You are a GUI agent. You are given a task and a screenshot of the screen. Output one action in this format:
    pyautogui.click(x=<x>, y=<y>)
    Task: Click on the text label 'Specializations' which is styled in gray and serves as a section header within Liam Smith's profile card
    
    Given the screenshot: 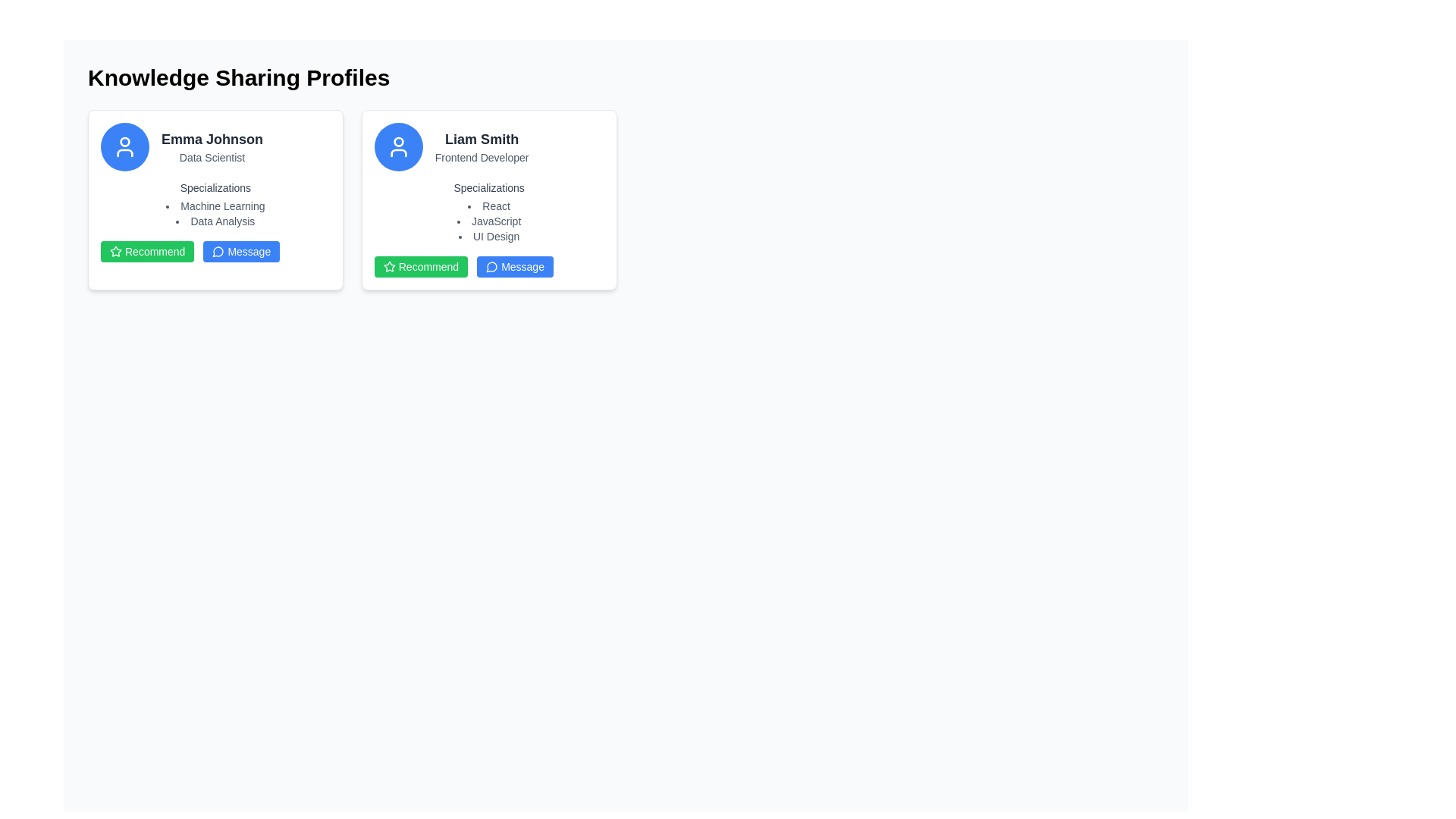 What is the action you would take?
    pyautogui.click(x=489, y=187)
    